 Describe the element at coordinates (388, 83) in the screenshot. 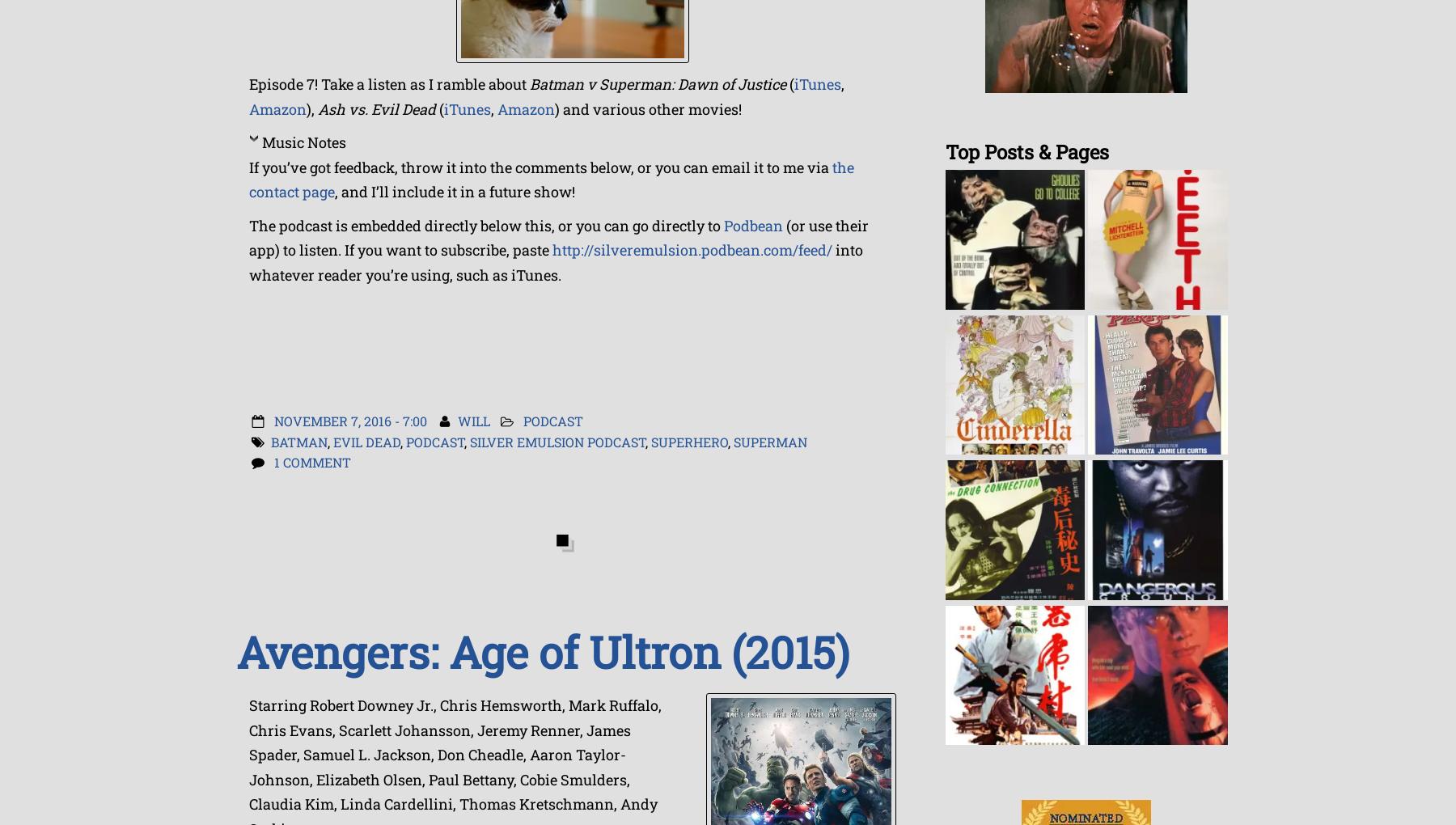

I see `'Episode 7! Take a listen as I ramble about'` at that location.